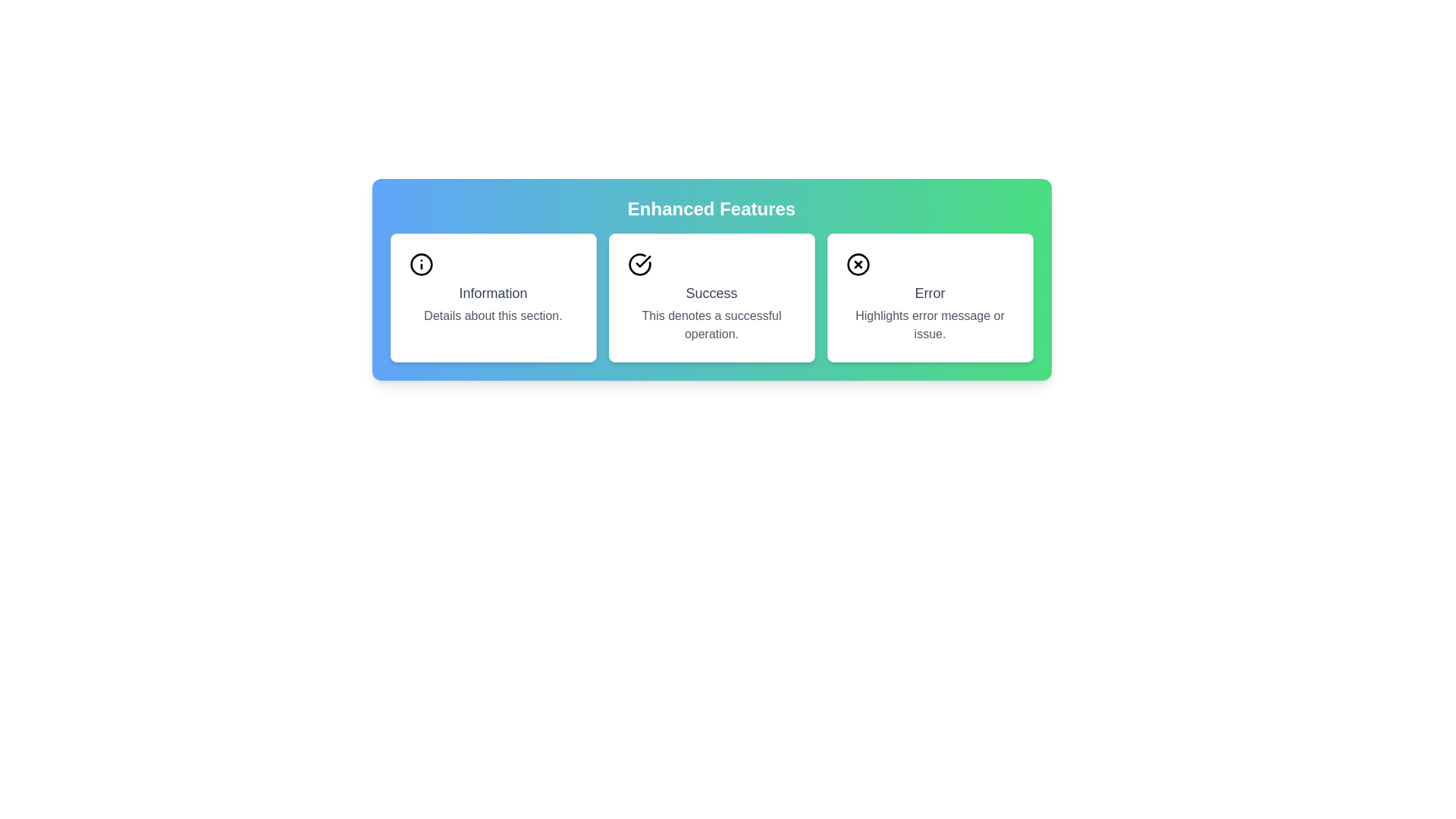 Image resolution: width=1456 pixels, height=819 pixels. I want to click on the circular icon background with a black border located in the 'Information' section card, which serves as the background for the 'i' icon, so click(421, 263).